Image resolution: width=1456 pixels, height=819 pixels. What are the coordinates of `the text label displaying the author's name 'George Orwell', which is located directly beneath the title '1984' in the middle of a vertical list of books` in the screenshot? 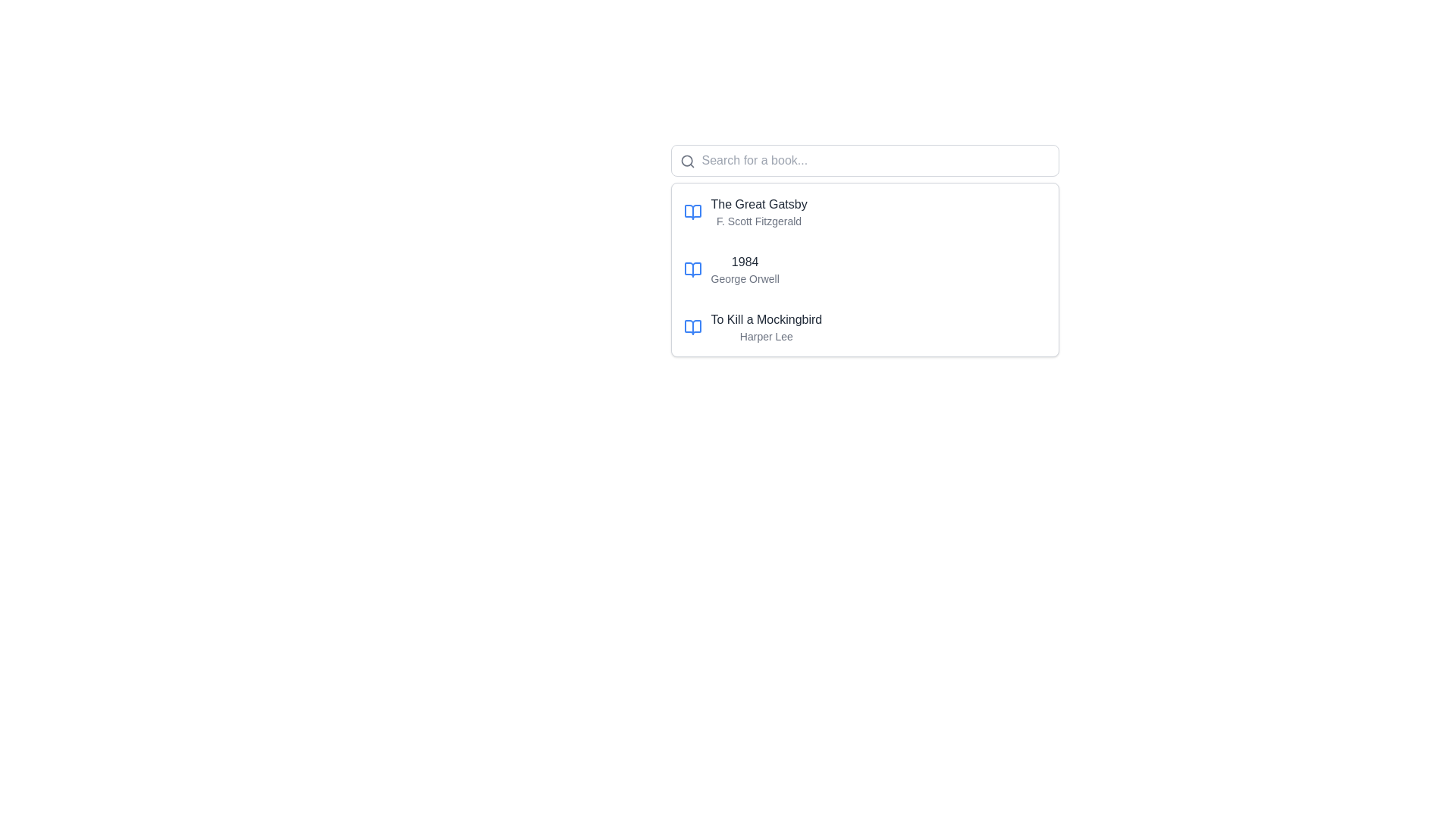 It's located at (745, 278).